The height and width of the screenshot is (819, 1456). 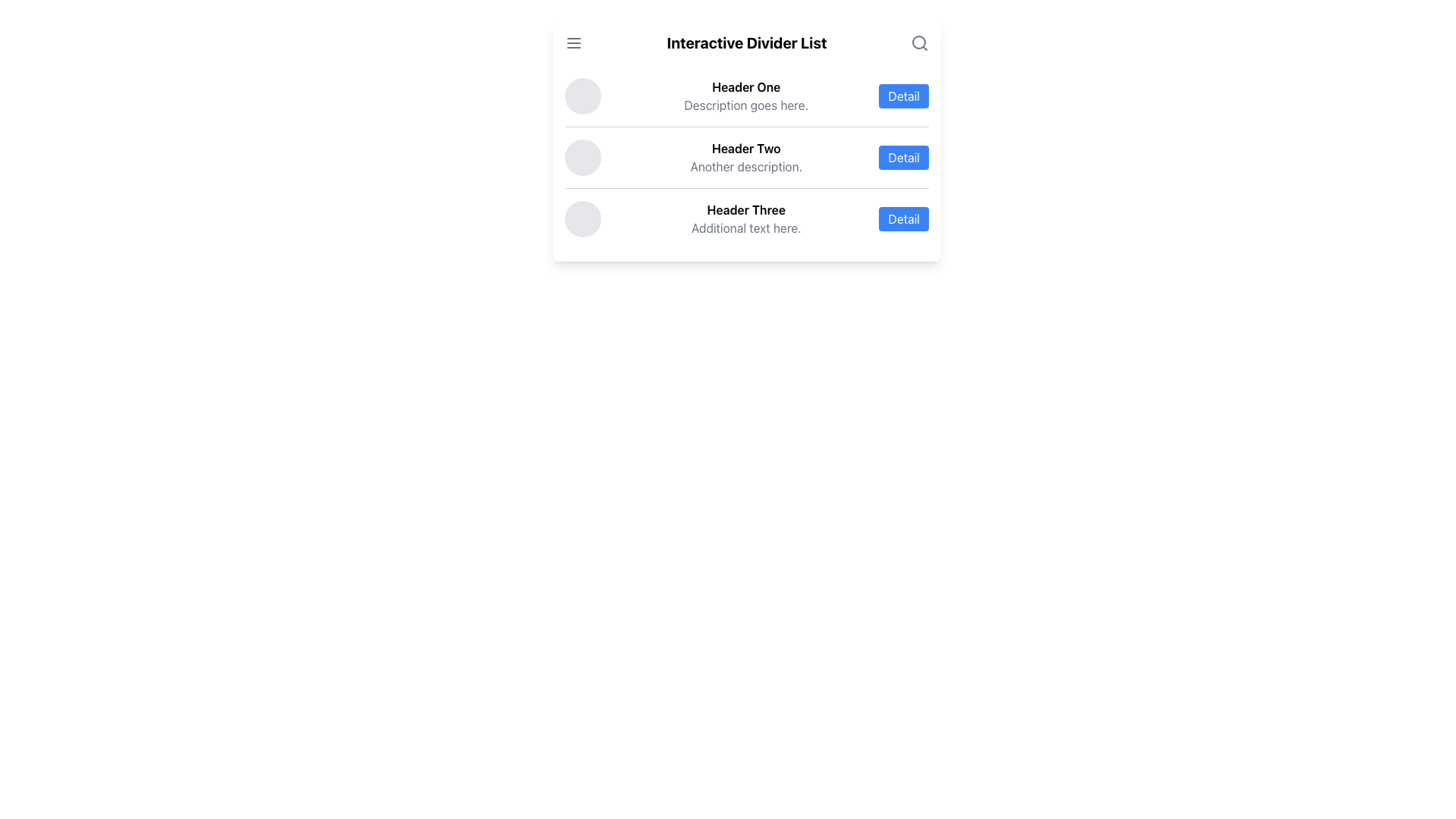 What do you see at coordinates (746, 210) in the screenshot?
I see `the text label displaying 'Header Three', which is the main header in its row within a vertical list of items, positioned at the bottommost part of the list` at bounding box center [746, 210].